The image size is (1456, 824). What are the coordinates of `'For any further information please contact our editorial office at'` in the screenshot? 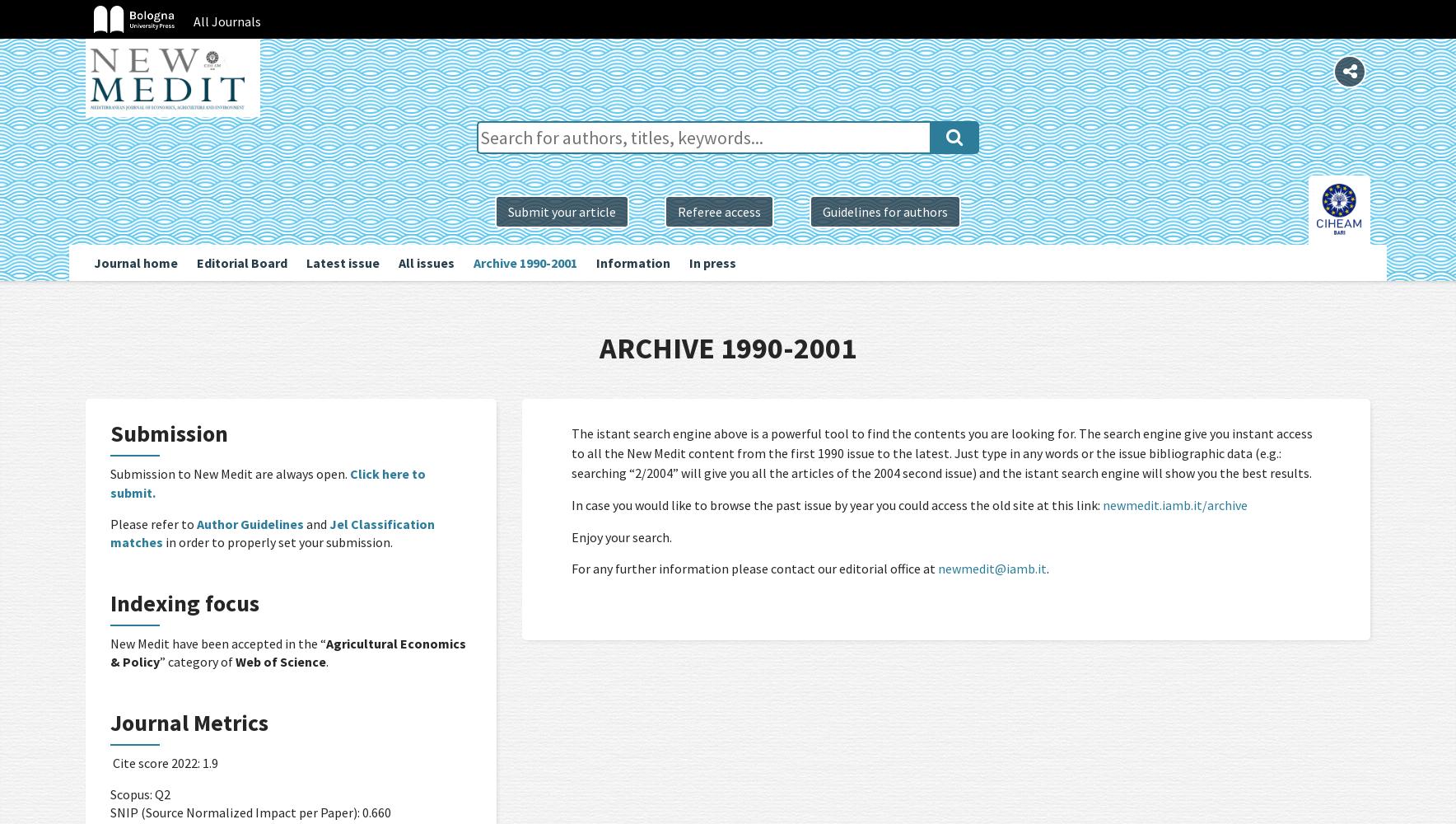 It's located at (754, 567).